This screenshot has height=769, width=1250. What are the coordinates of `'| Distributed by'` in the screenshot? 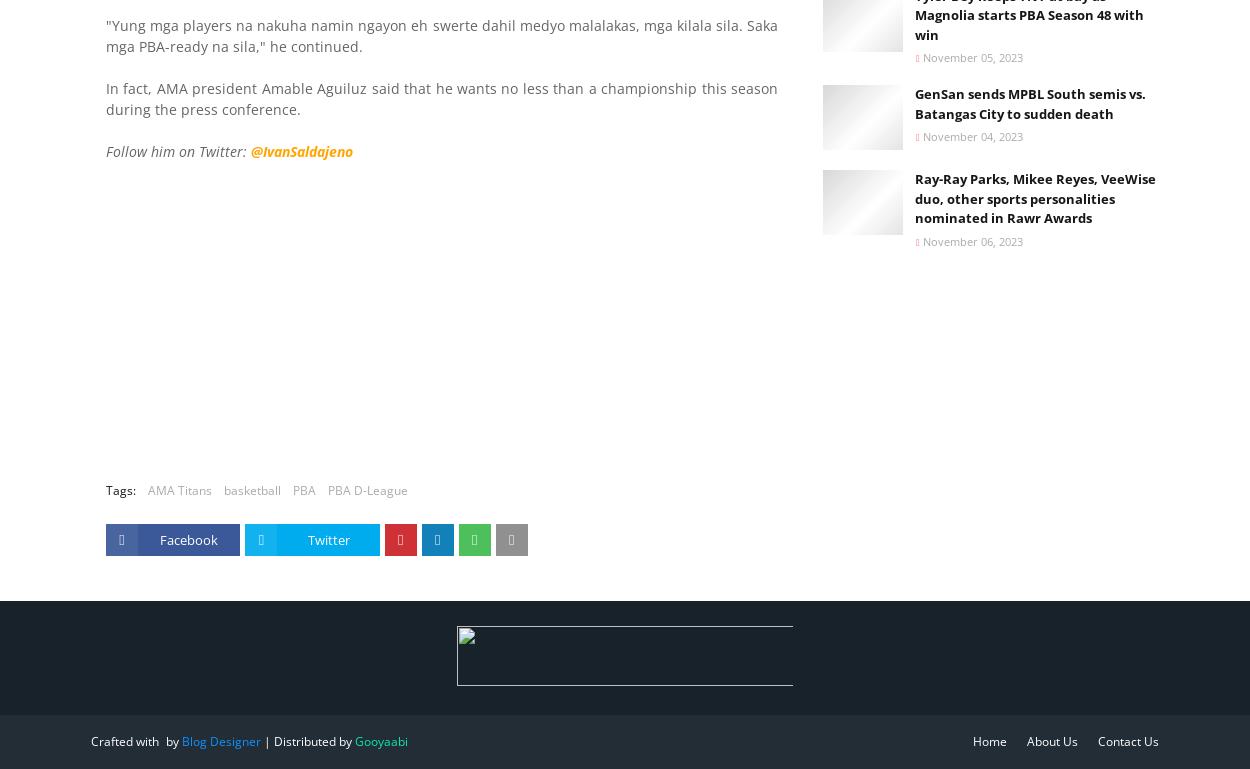 It's located at (308, 740).